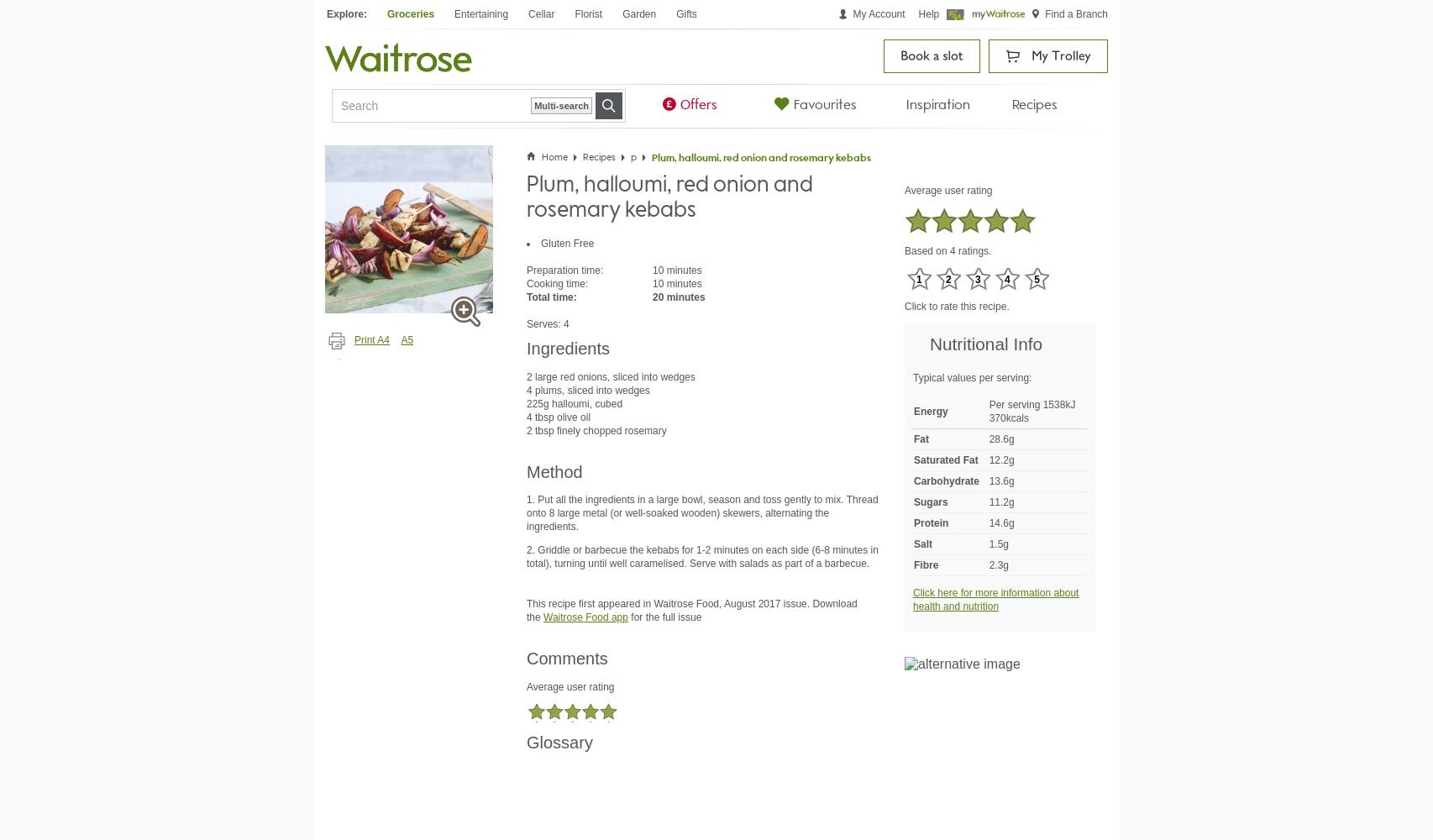 The width and height of the screenshot is (1433, 840). Describe the element at coordinates (609, 375) in the screenshot. I see `'2 large red onions, sliced into wedges'` at that location.